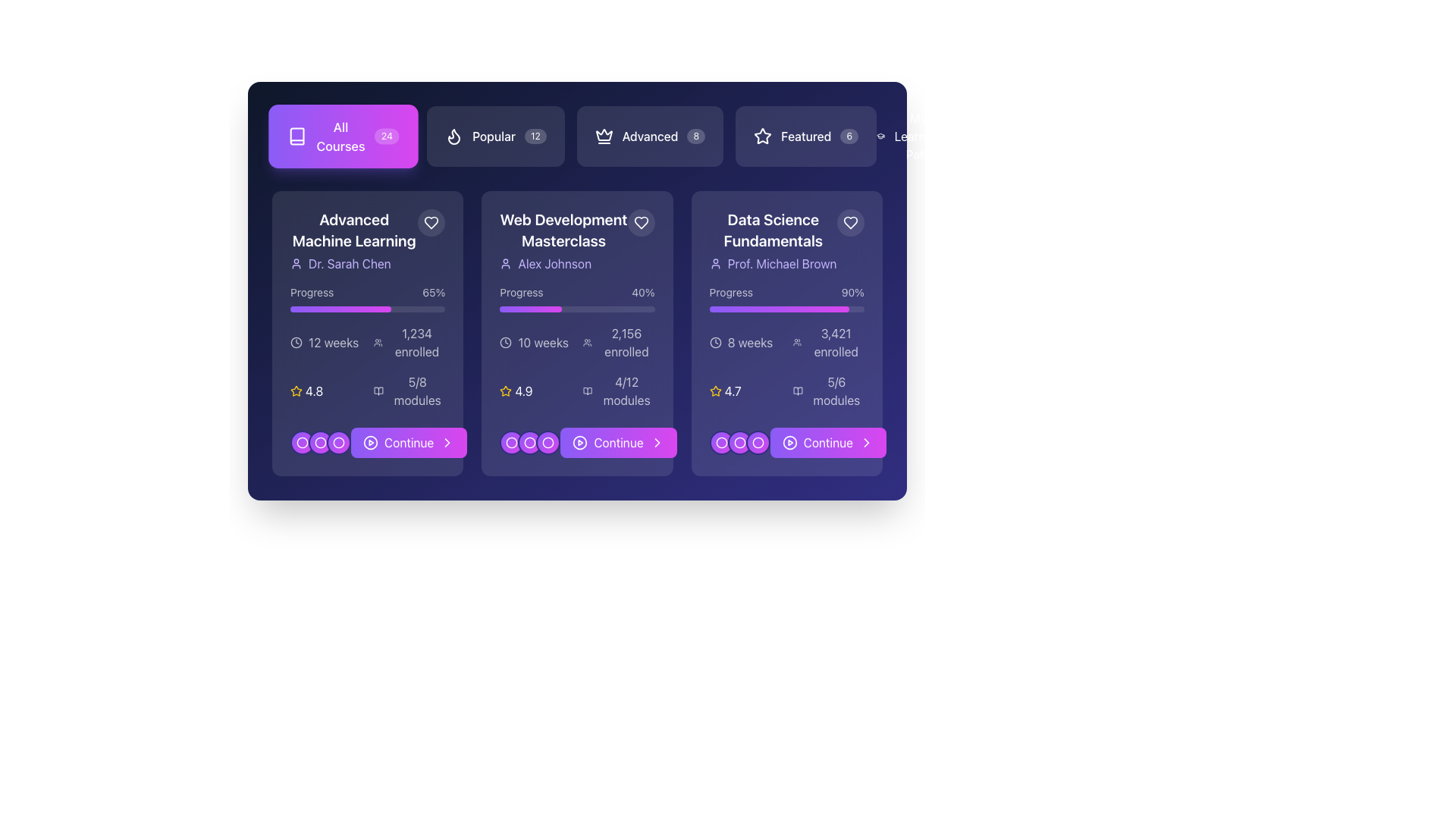 This screenshot has width=1456, height=819. I want to click on the second button in a horizontal row of four buttons, which is used for filtering or sorting items based on popularity, so click(495, 136).